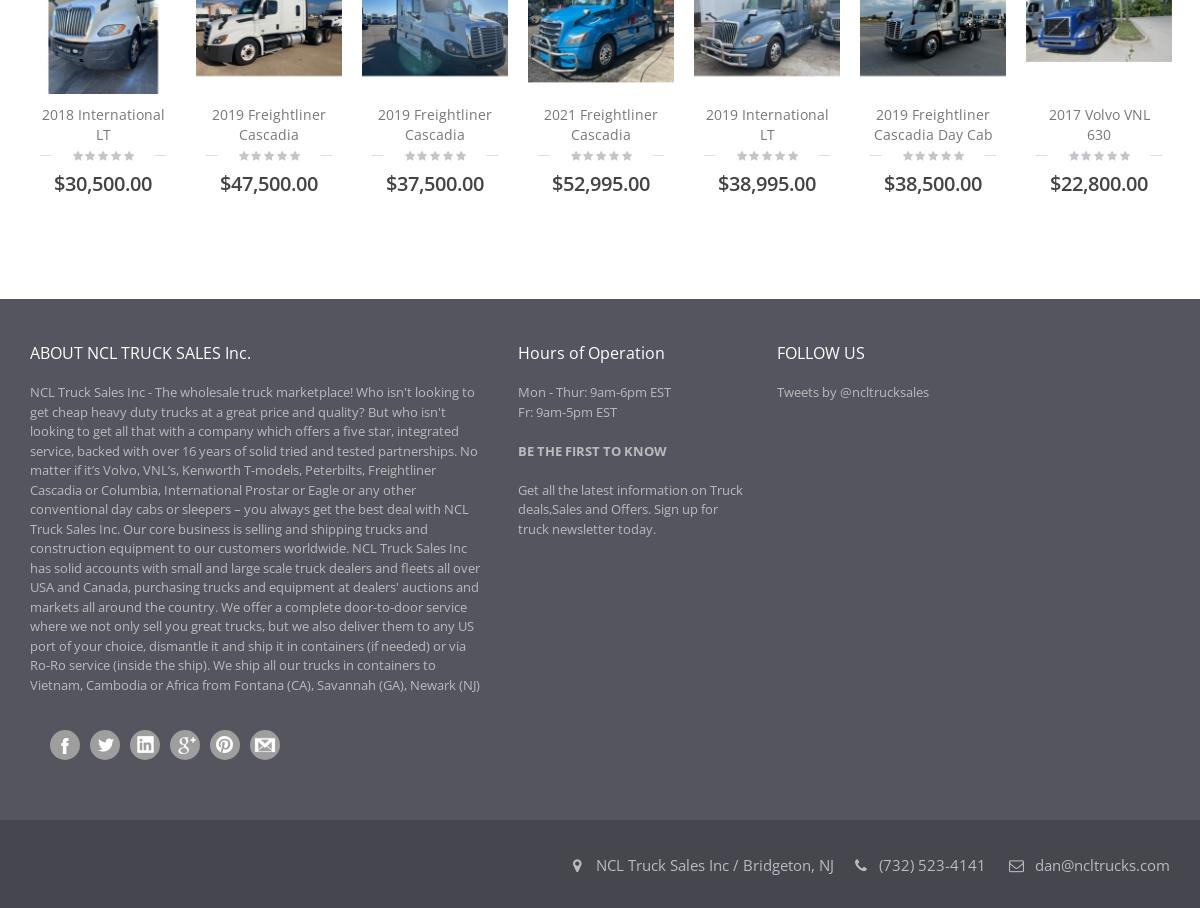  I want to click on 'Hours of Operation', so click(589, 353).